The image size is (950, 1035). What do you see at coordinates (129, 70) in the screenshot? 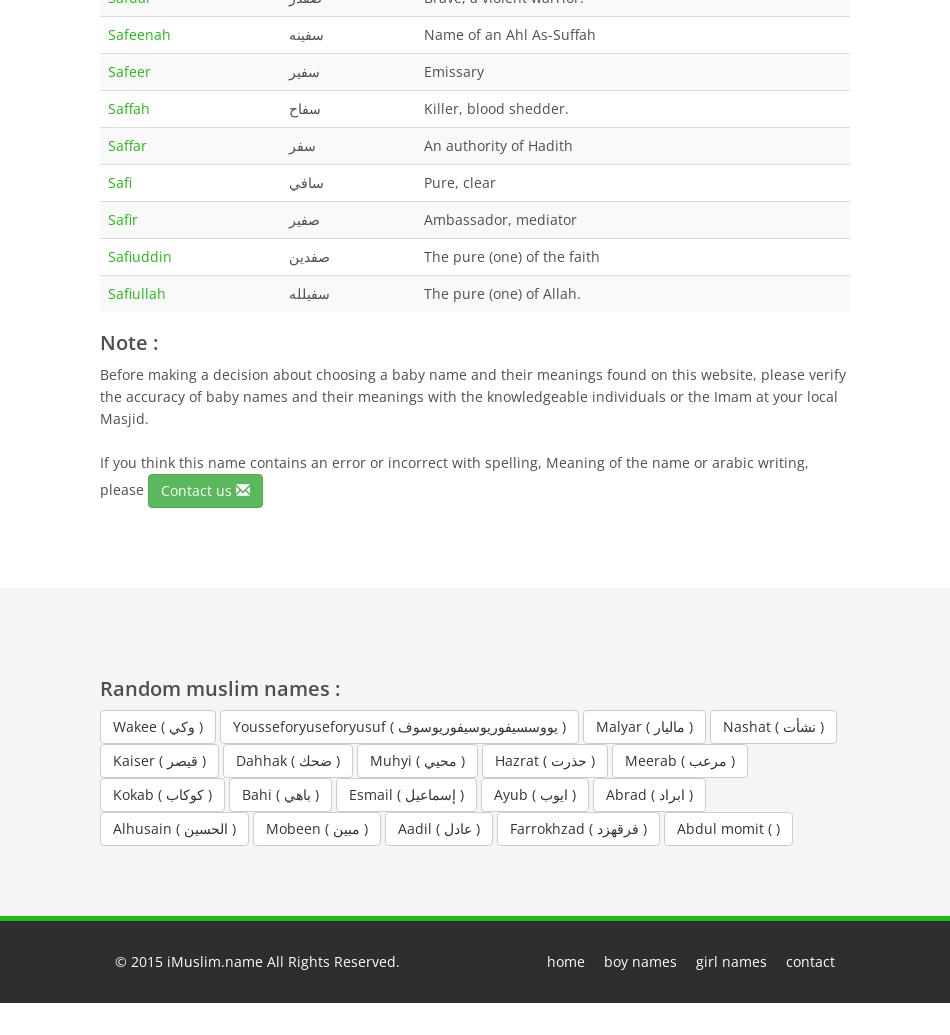
I see `'Safeer'` at bounding box center [129, 70].